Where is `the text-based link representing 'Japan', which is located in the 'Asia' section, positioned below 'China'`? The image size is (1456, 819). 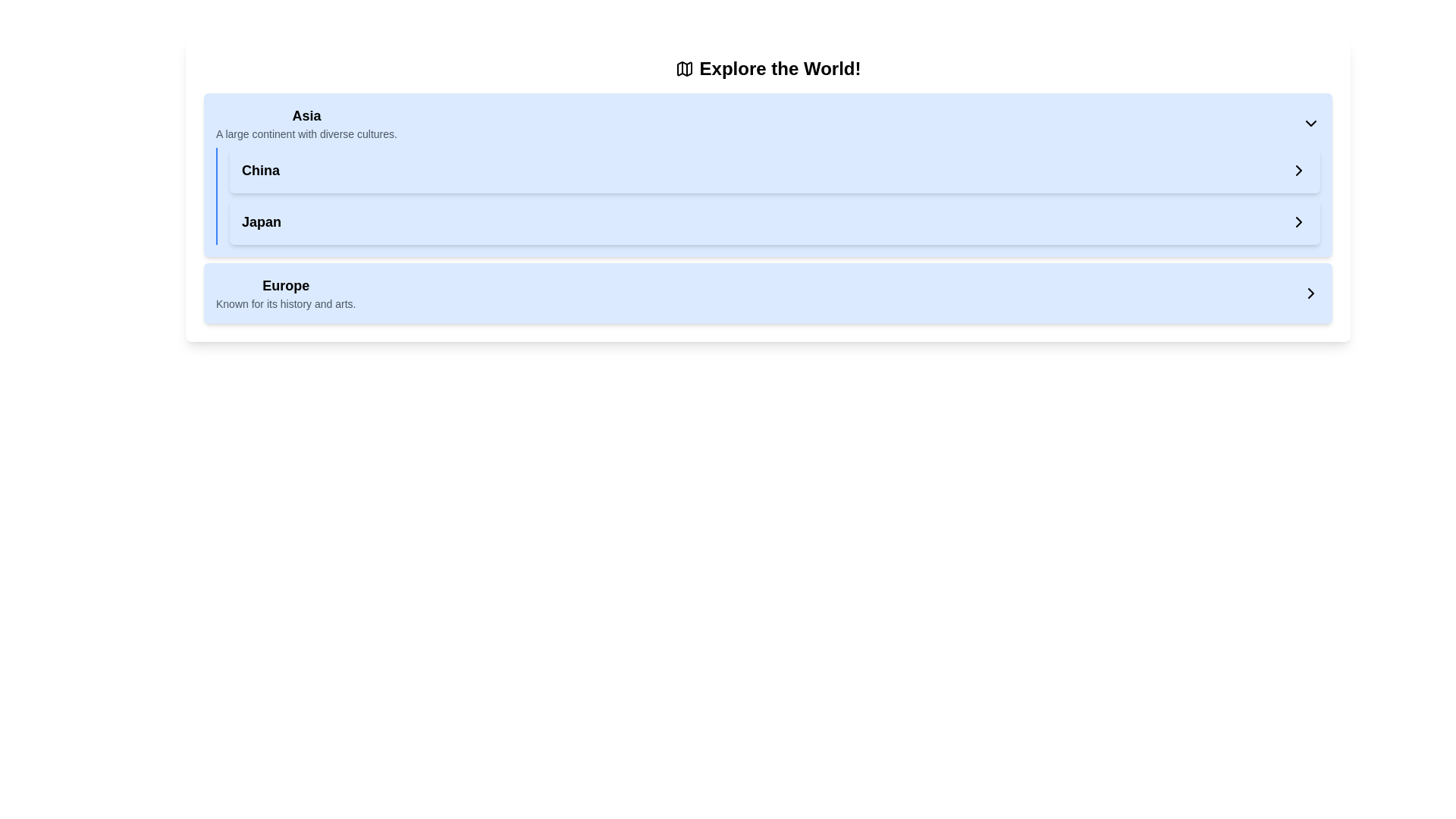
the text-based link representing 'Japan', which is located in the 'Asia' section, positioned below 'China' is located at coordinates (262, 222).